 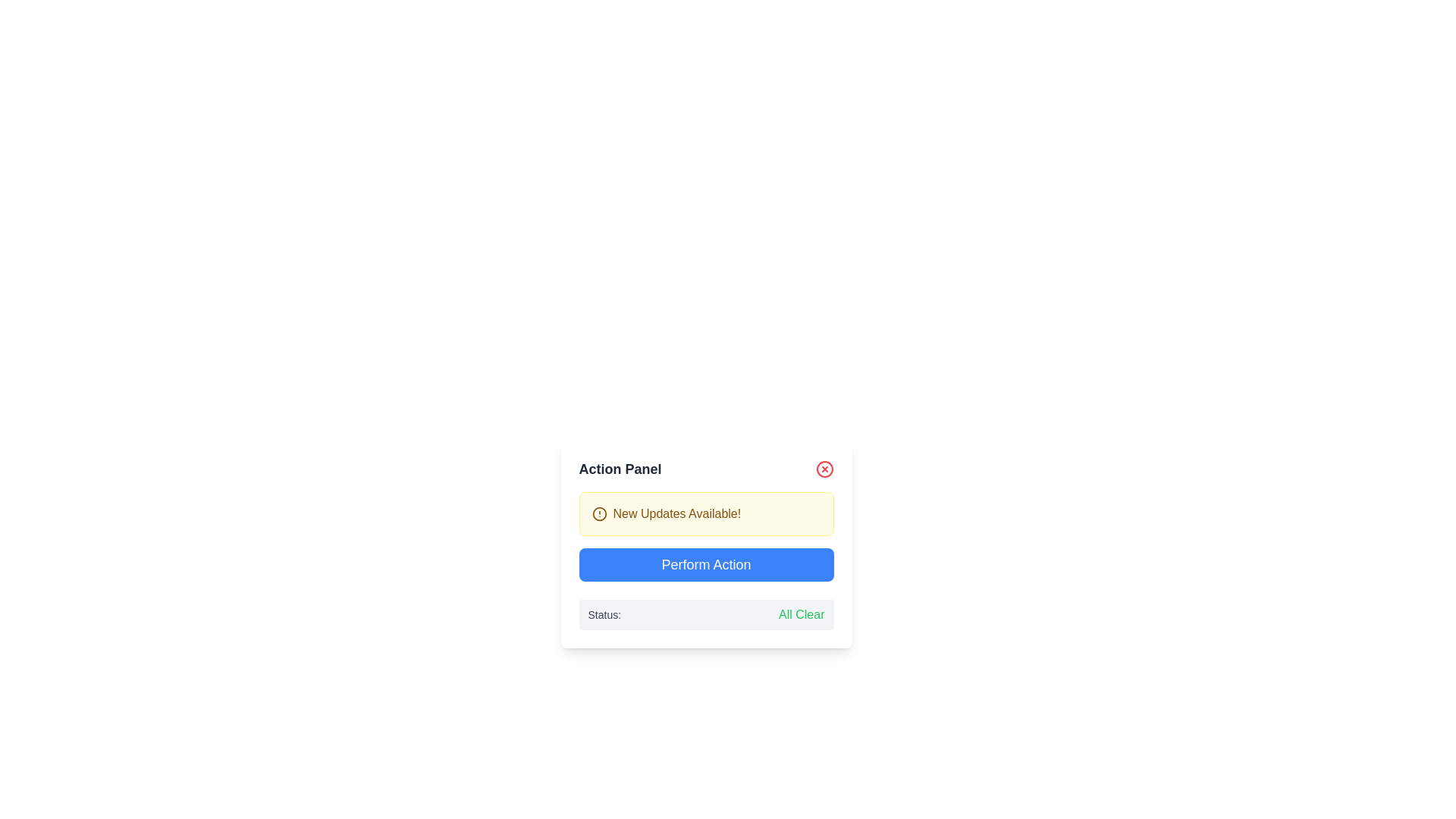 I want to click on the Notification Alert Box displaying 'New Updates Available!' with a yellow background, located between the 'Action Panel' header and the 'Perform Action' button, so click(x=705, y=513).